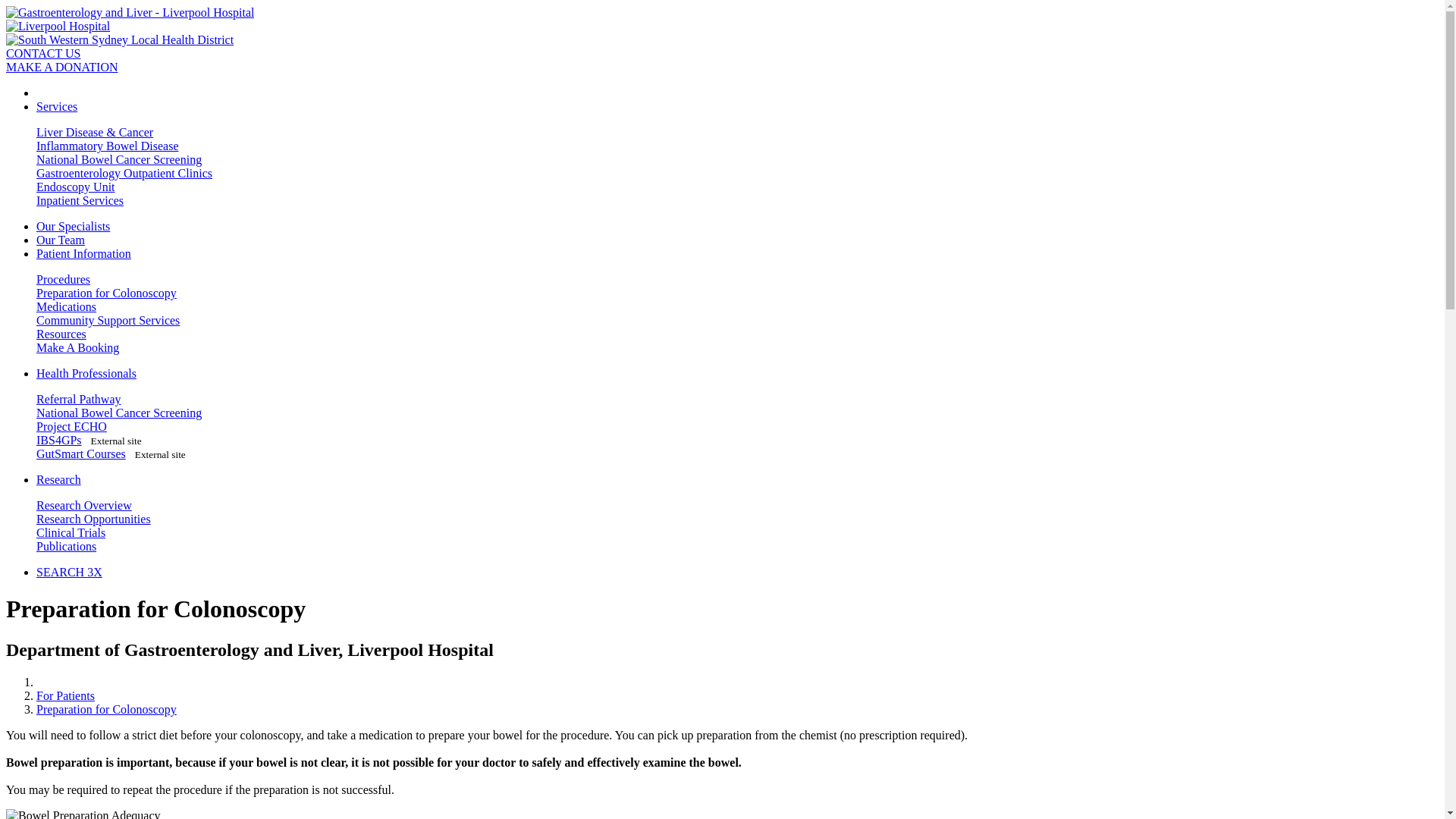 Image resolution: width=1456 pixels, height=819 pixels. Describe the element at coordinates (68, 572) in the screenshot. I see `'SEARCH 3X'` at that location.